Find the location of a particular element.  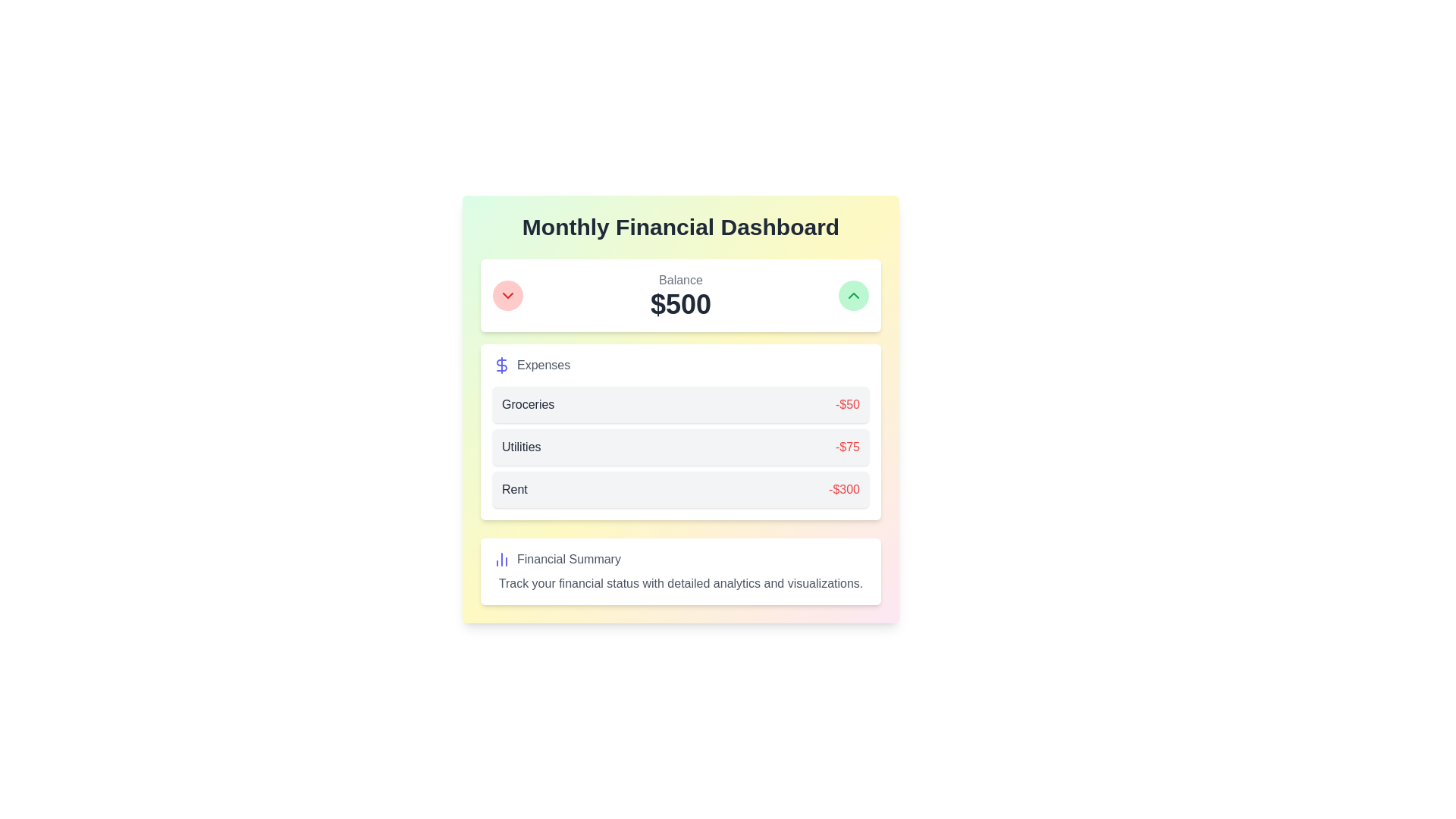

the icon centered inside the rounded green button located at the top-right corner of the interface is located at coordinates (853, 295).